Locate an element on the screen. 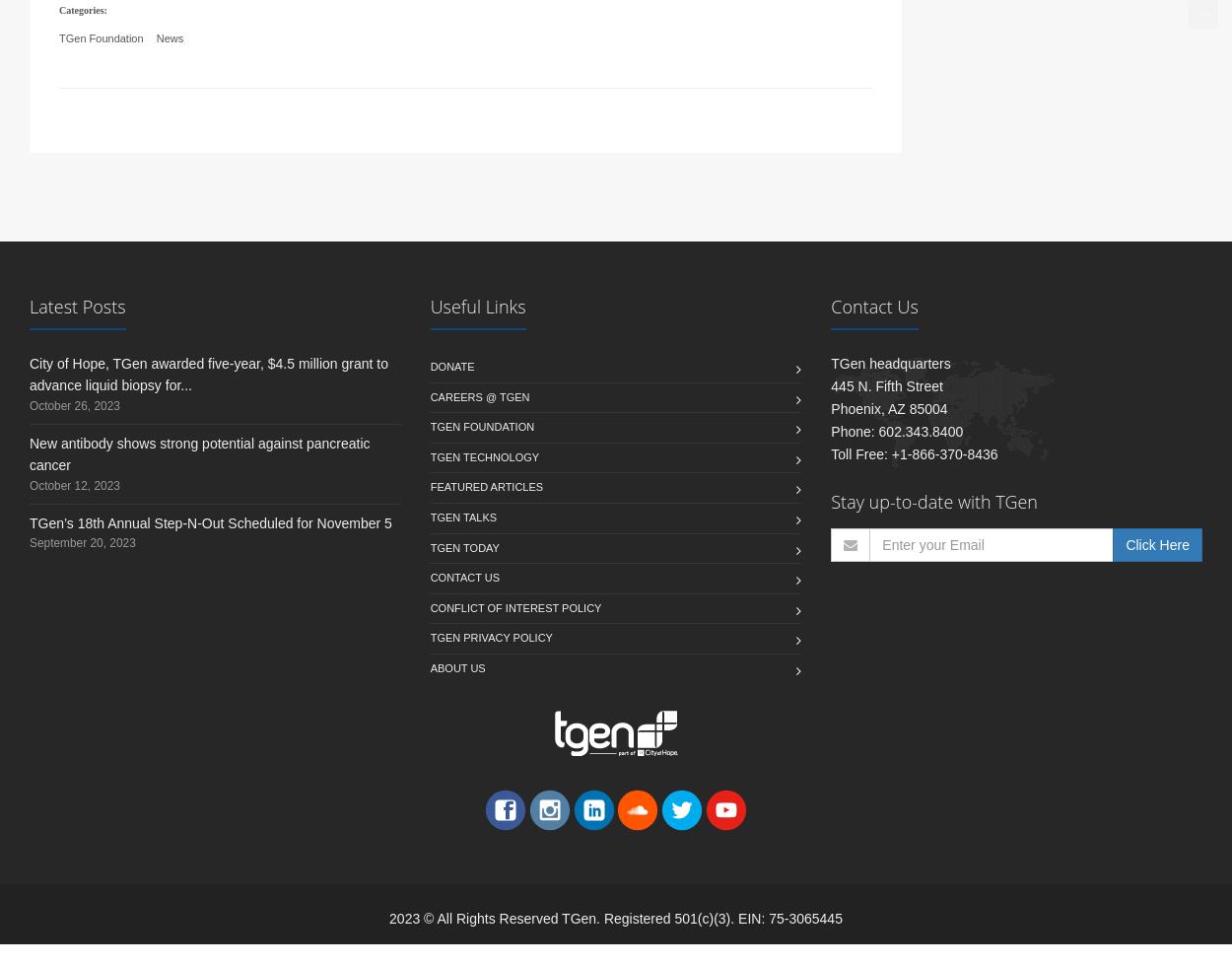  'Categories:' is located at coordinates (82, 33).